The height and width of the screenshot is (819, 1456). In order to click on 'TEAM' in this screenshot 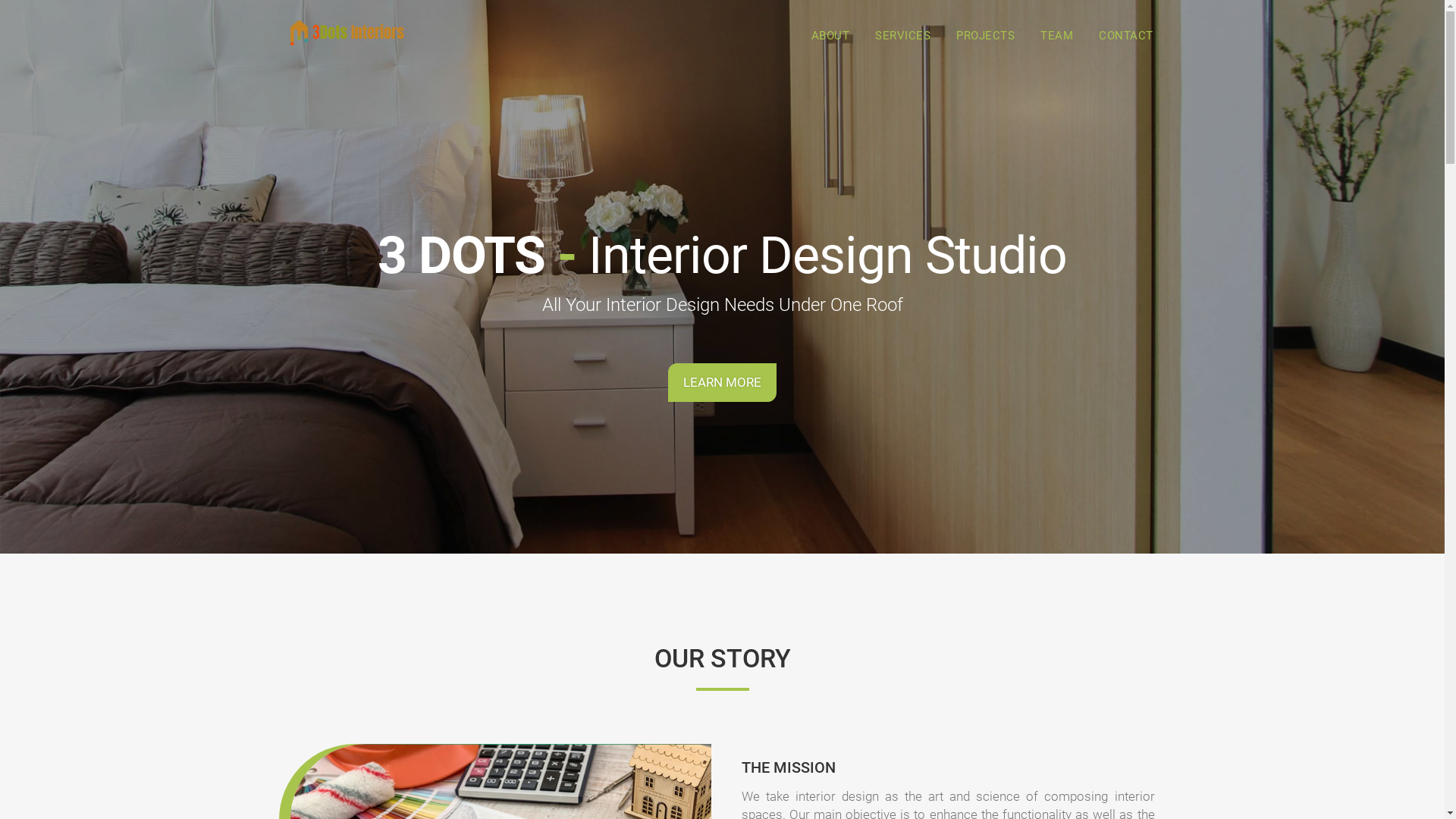, I will do `click(1037, 34)`.